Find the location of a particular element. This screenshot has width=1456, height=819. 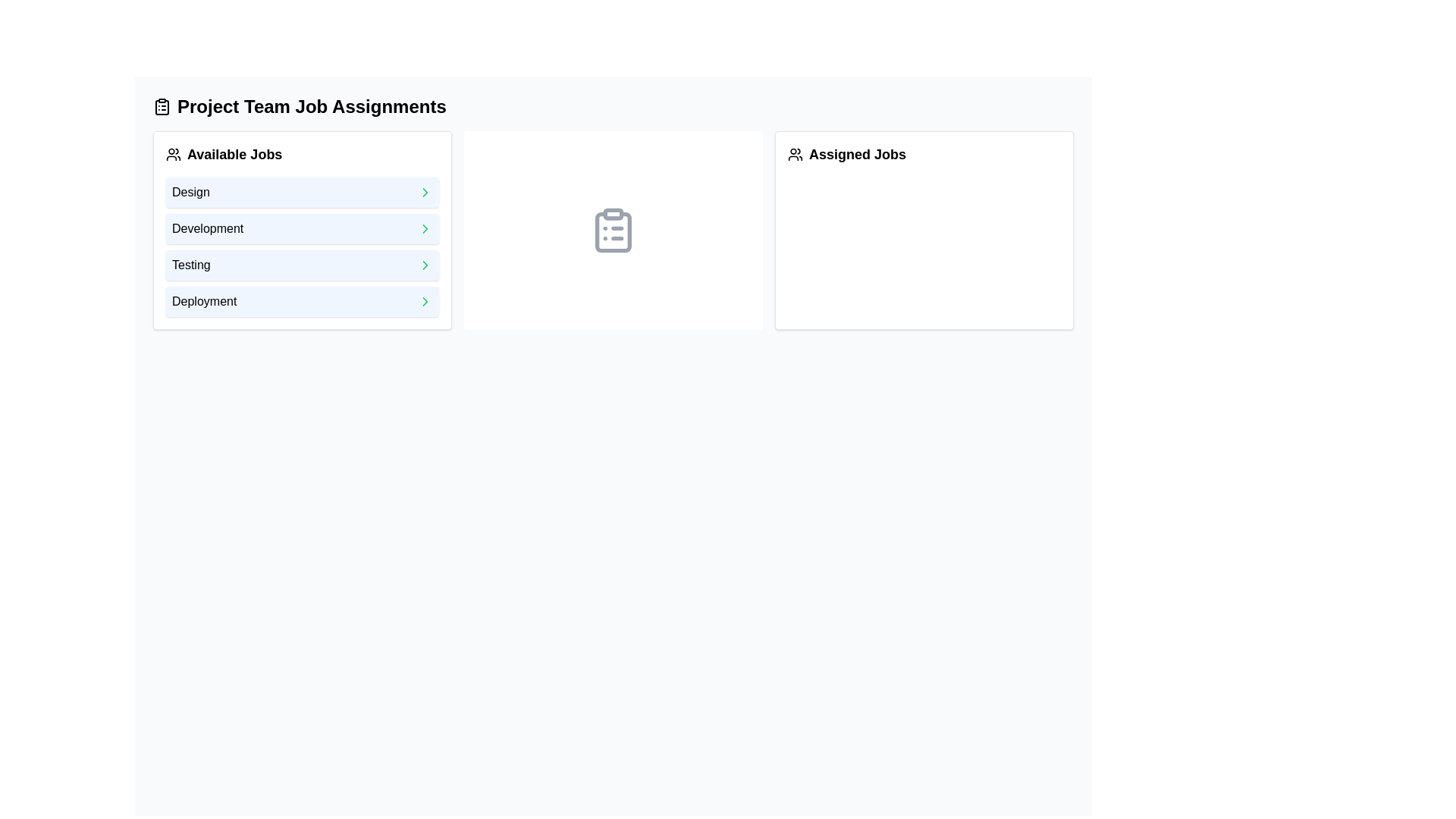

the green arrow-shaped button at the far right of the 'Design' row in the 'Available Jobs' list is located at coordinates (425, 192).